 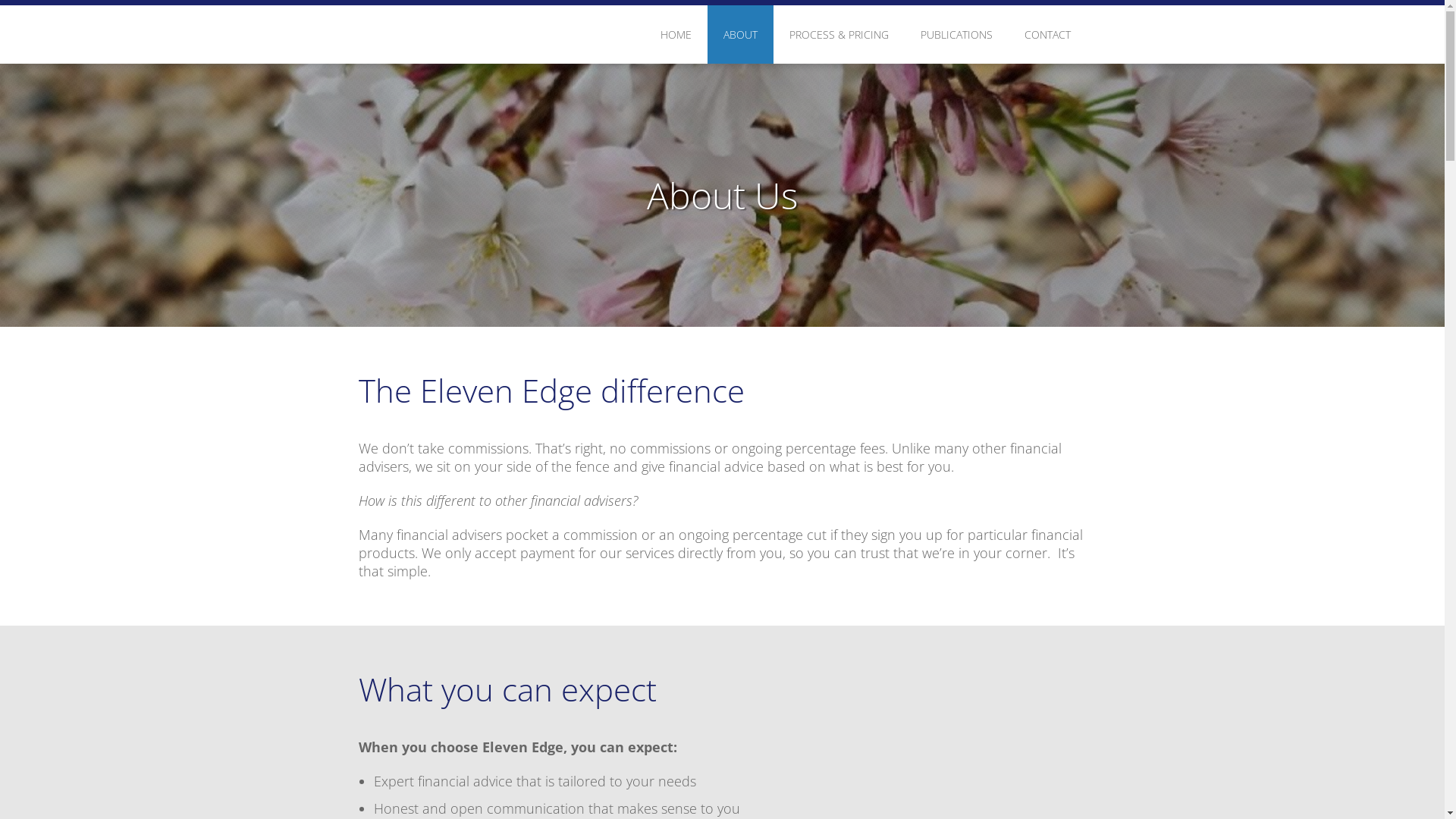 What do you see at coordinates (705, 34) in the screenshot?
I see `'ABOUT'` at bounding box center [705, 34].